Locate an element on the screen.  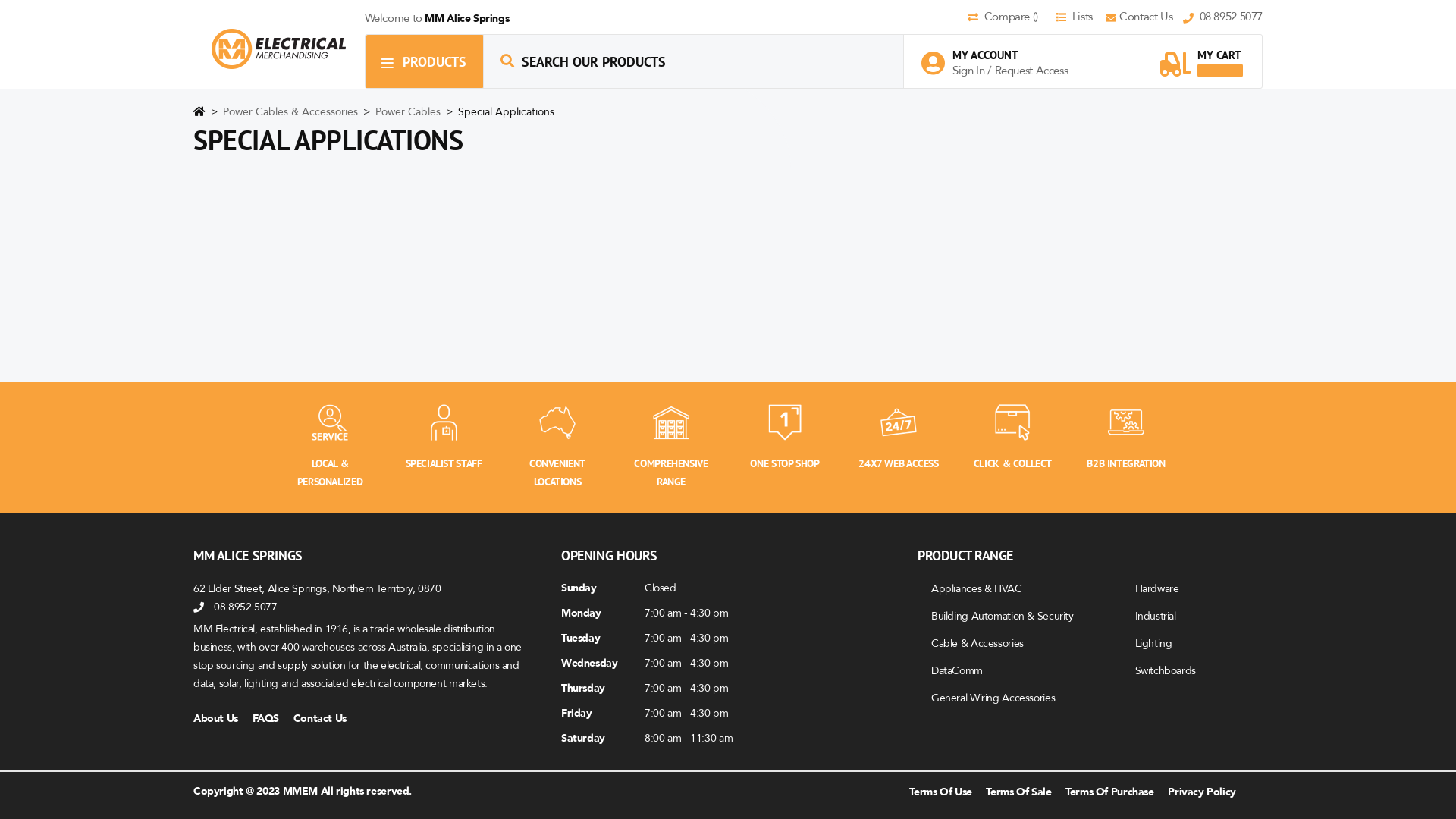
'Comprehensive range' is located at coordinates (670, 421).